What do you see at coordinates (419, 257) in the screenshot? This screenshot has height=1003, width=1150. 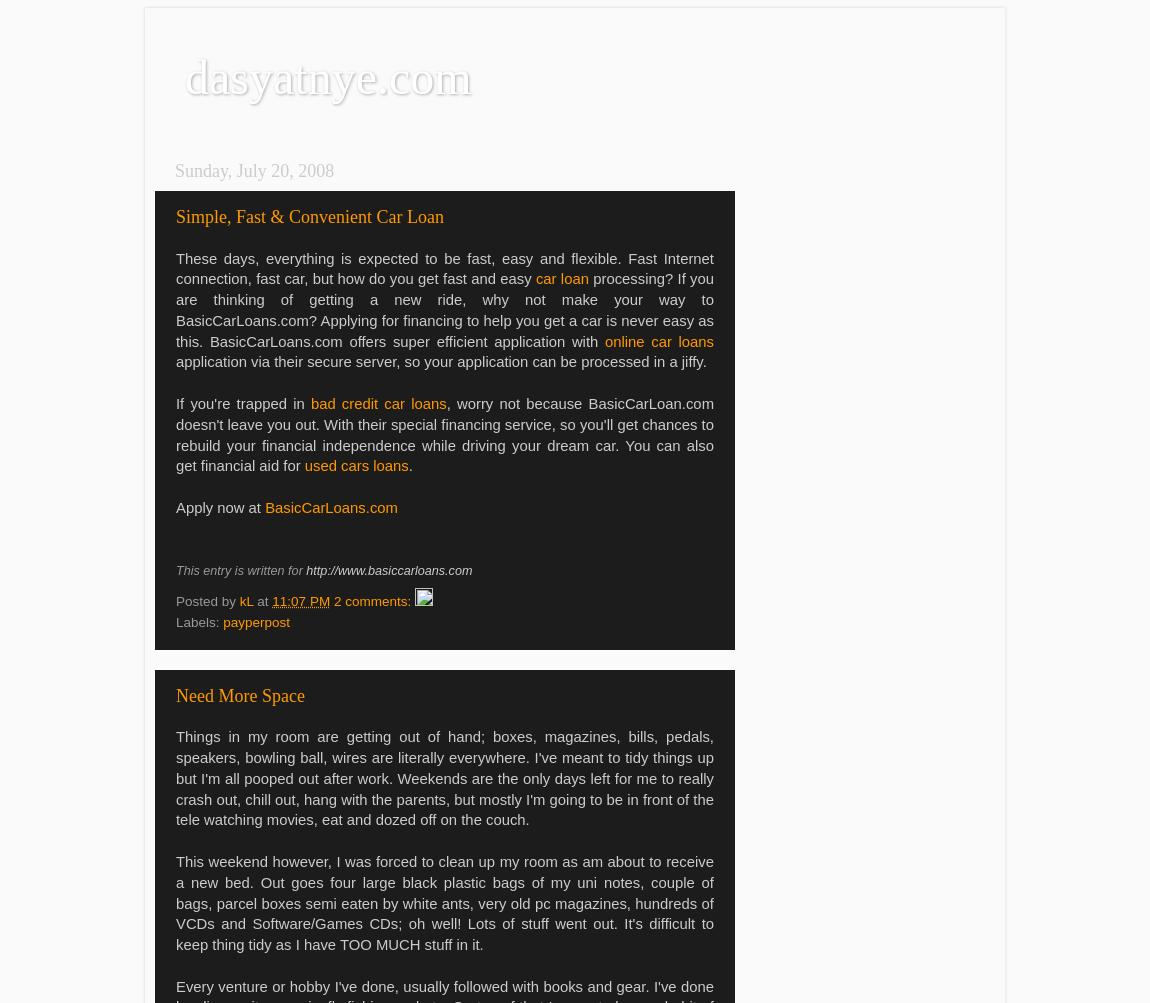 I see `'These days, everything is expected to be fast, easy and flexible. Fast'` at bounding box center [419, 257].